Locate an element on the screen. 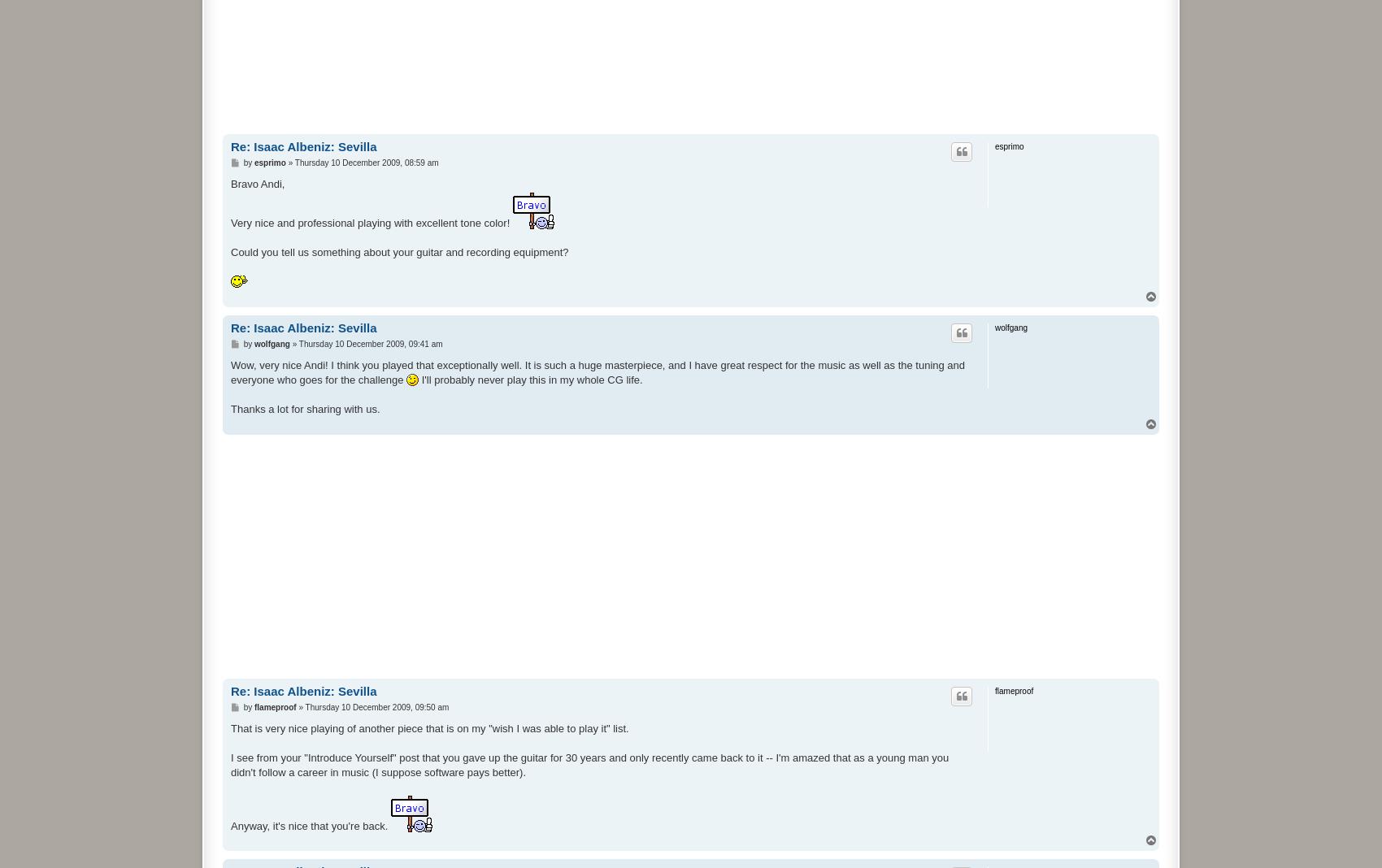  'Anyway, it's nice that you're back.' is located at coordinates (231, 825).